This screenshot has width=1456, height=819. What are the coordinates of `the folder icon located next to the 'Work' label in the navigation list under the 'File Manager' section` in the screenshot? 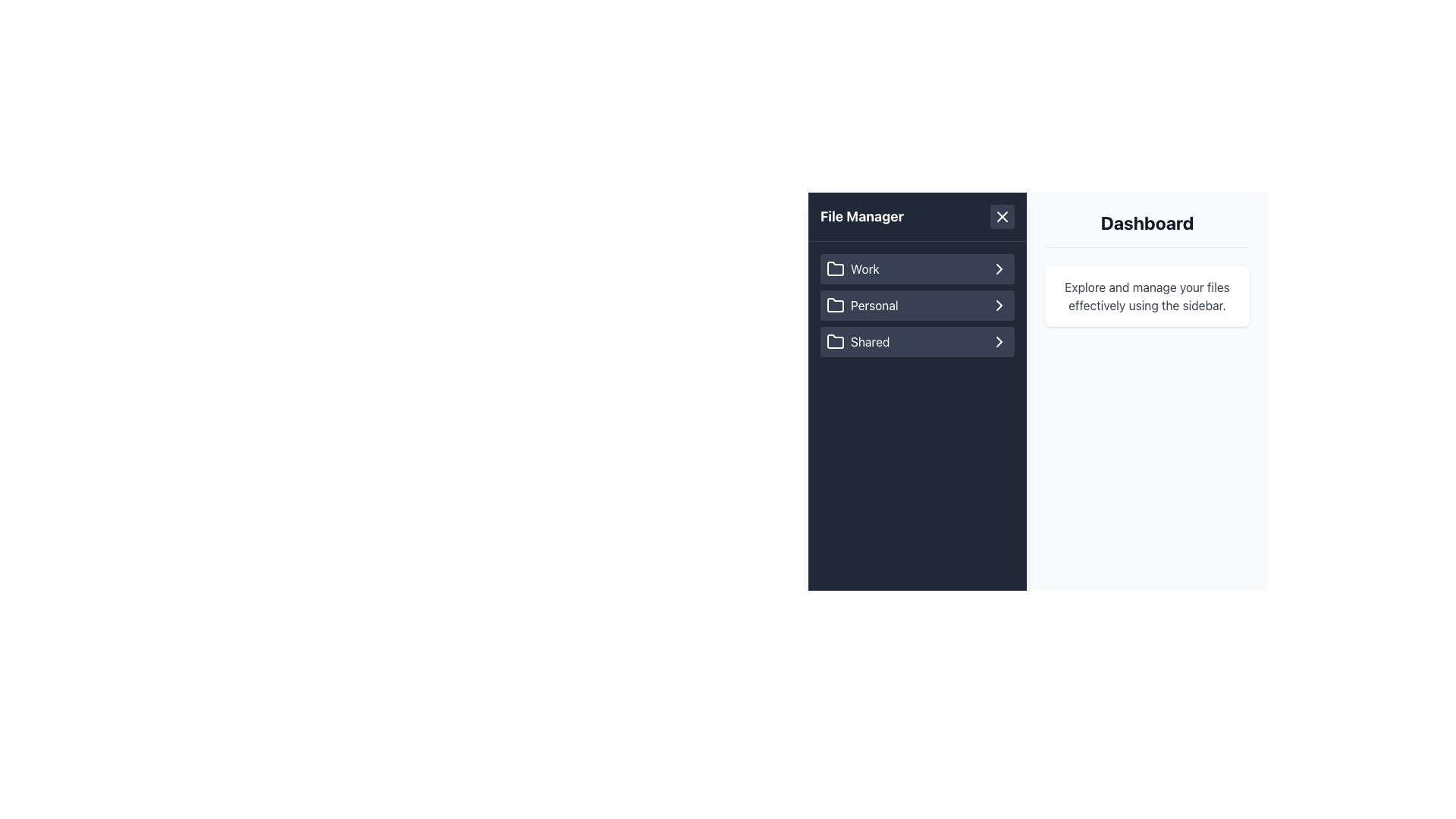 It's located at (835, 268).